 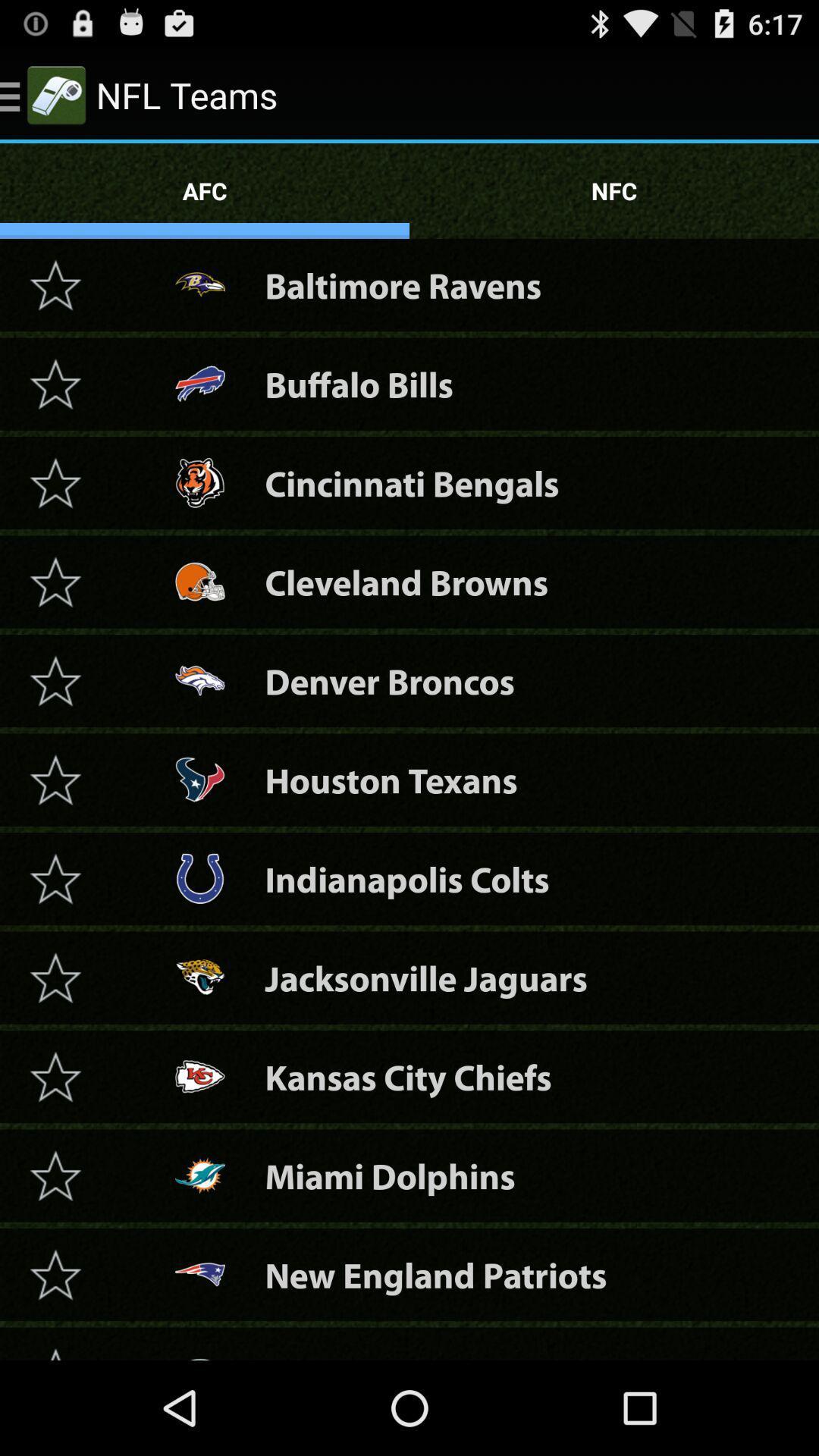 What do you see at coordinates (406, 879) in the screenshot?
I see `the icon below houston texans` at bounding box center [406, 879].